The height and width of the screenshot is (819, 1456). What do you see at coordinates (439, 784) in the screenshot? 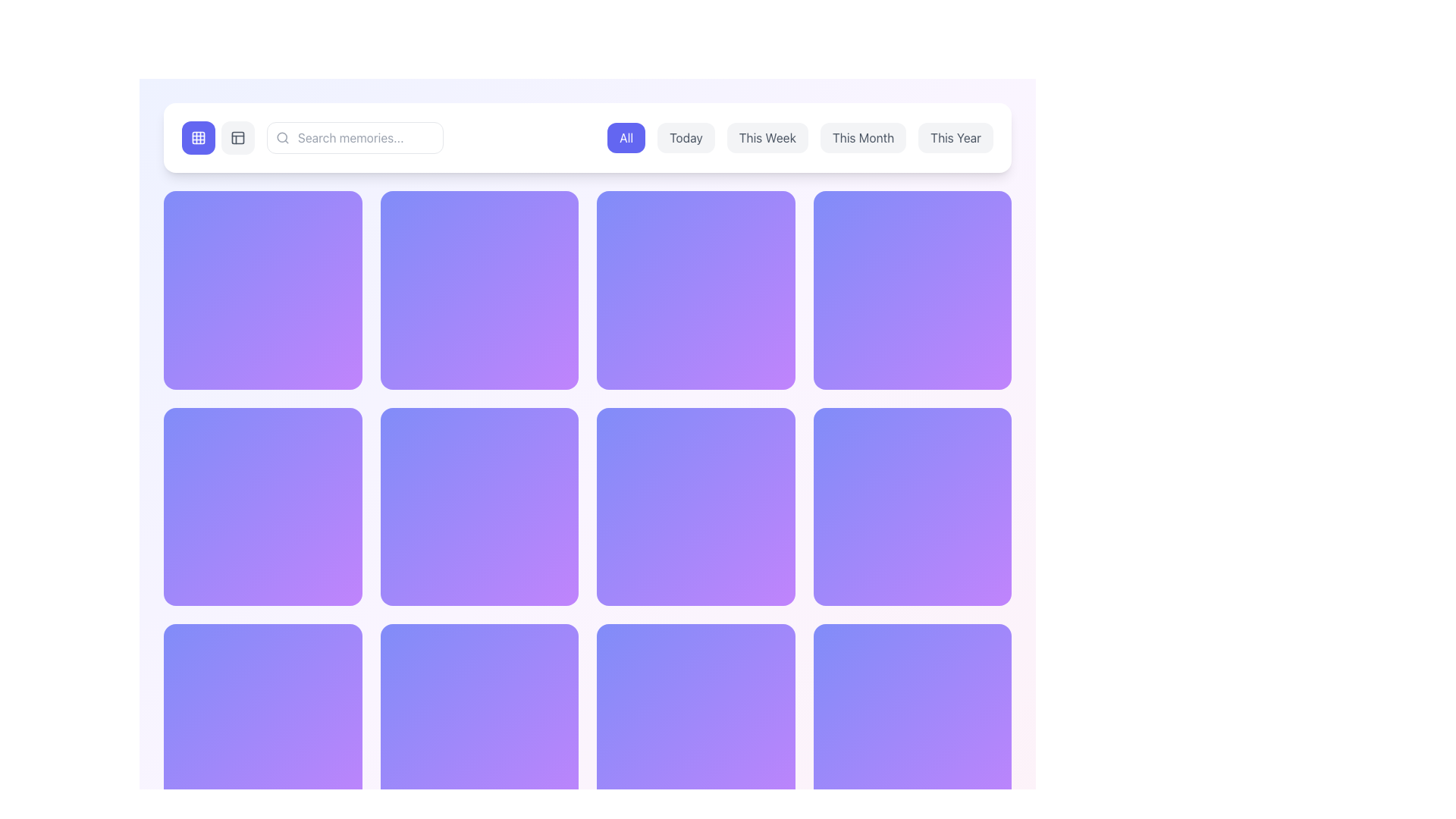
I see `text displayed in the element showing '2024-02-28', which is a small, semi-transparent white text located near the bottom of the page, to the right of a clock icon` at bounding box center [439, 784].